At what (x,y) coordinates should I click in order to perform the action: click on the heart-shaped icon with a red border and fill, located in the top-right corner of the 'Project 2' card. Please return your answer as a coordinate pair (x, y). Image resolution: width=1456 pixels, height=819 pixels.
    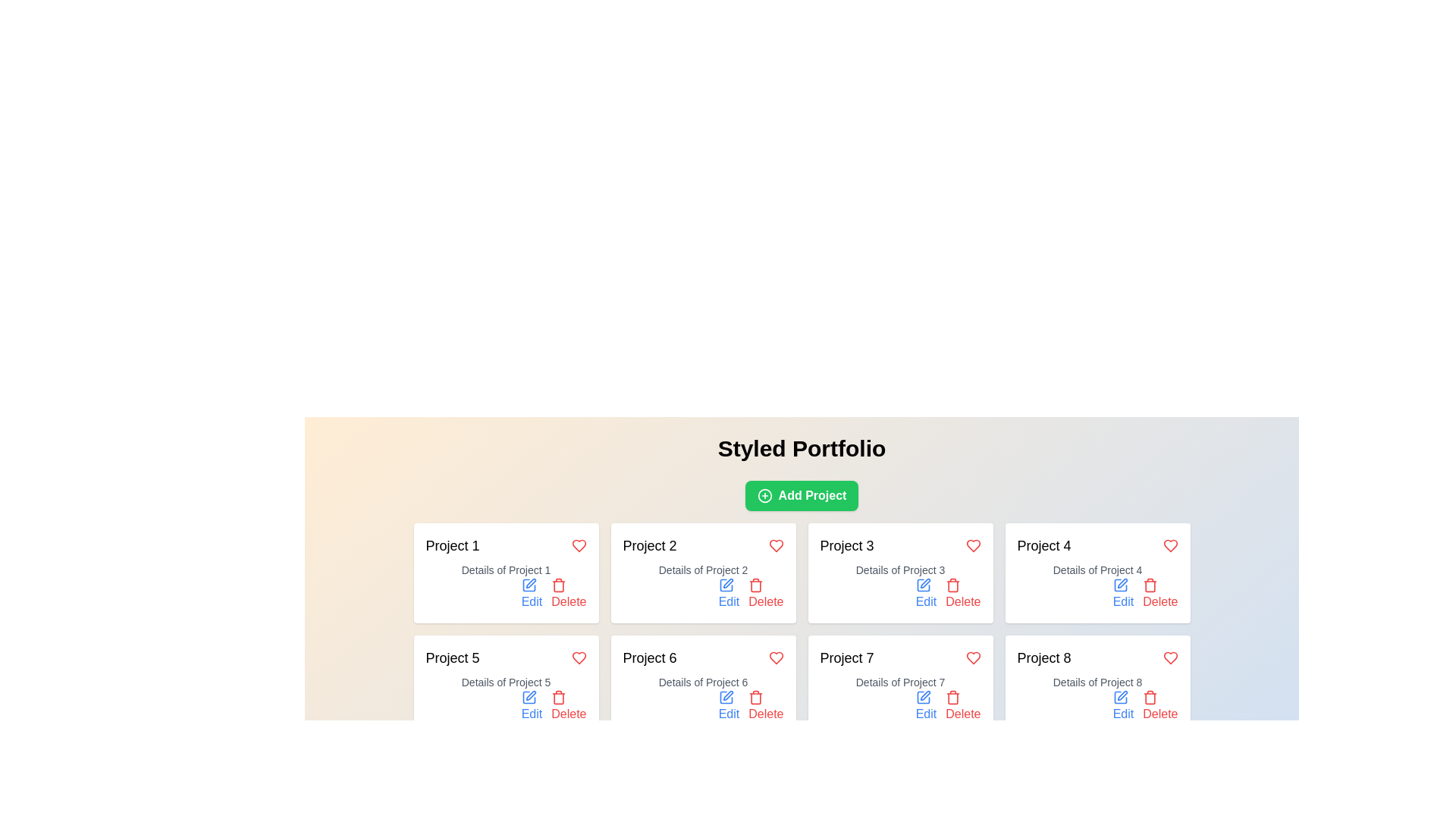
    Looking at the image, I should click on (776, 546).